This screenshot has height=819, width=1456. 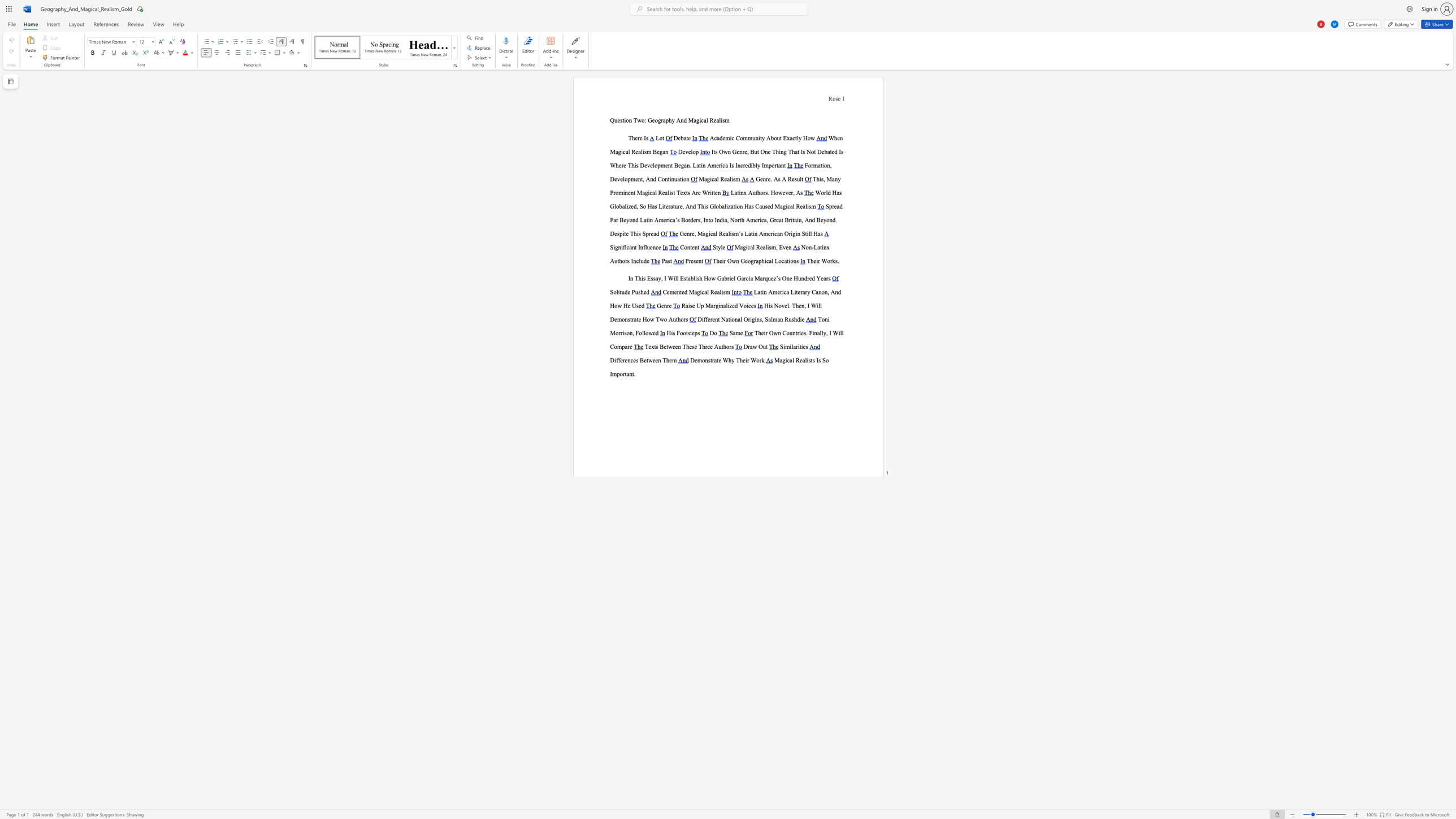 I want to click on the subset text "Caused Magical Realis" within the text "World Has Globalized, So Has Literature, And This Globalization Has Caused Magical Realism", so click(x=755, y=206).